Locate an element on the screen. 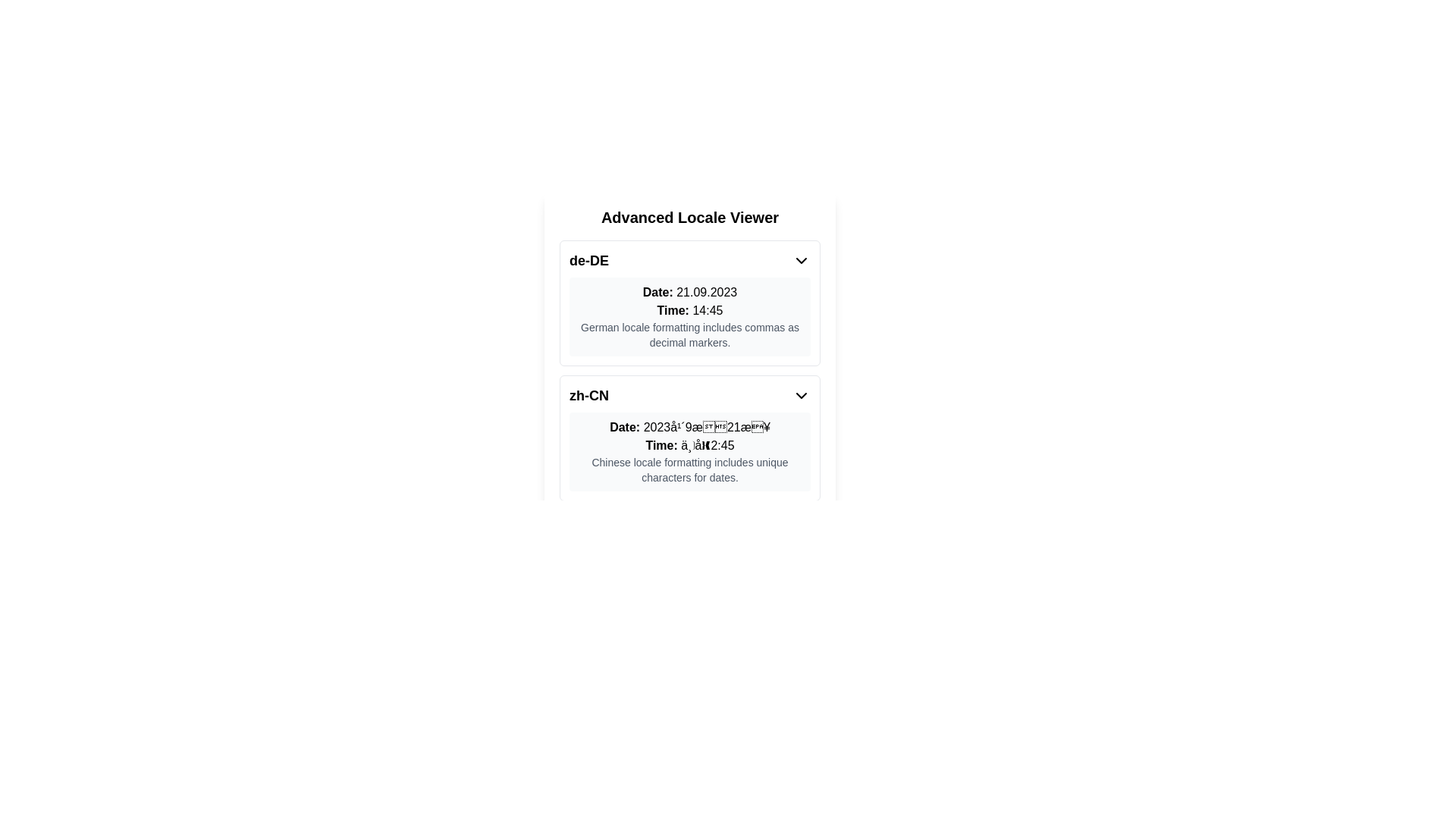 The image size is (1456, 819). the text label displaying 'Time:' which is styled in a standard sans-serif font and located in the lower section of the interface for the 'zh-CN' locale is located at coordinates (661, 444).